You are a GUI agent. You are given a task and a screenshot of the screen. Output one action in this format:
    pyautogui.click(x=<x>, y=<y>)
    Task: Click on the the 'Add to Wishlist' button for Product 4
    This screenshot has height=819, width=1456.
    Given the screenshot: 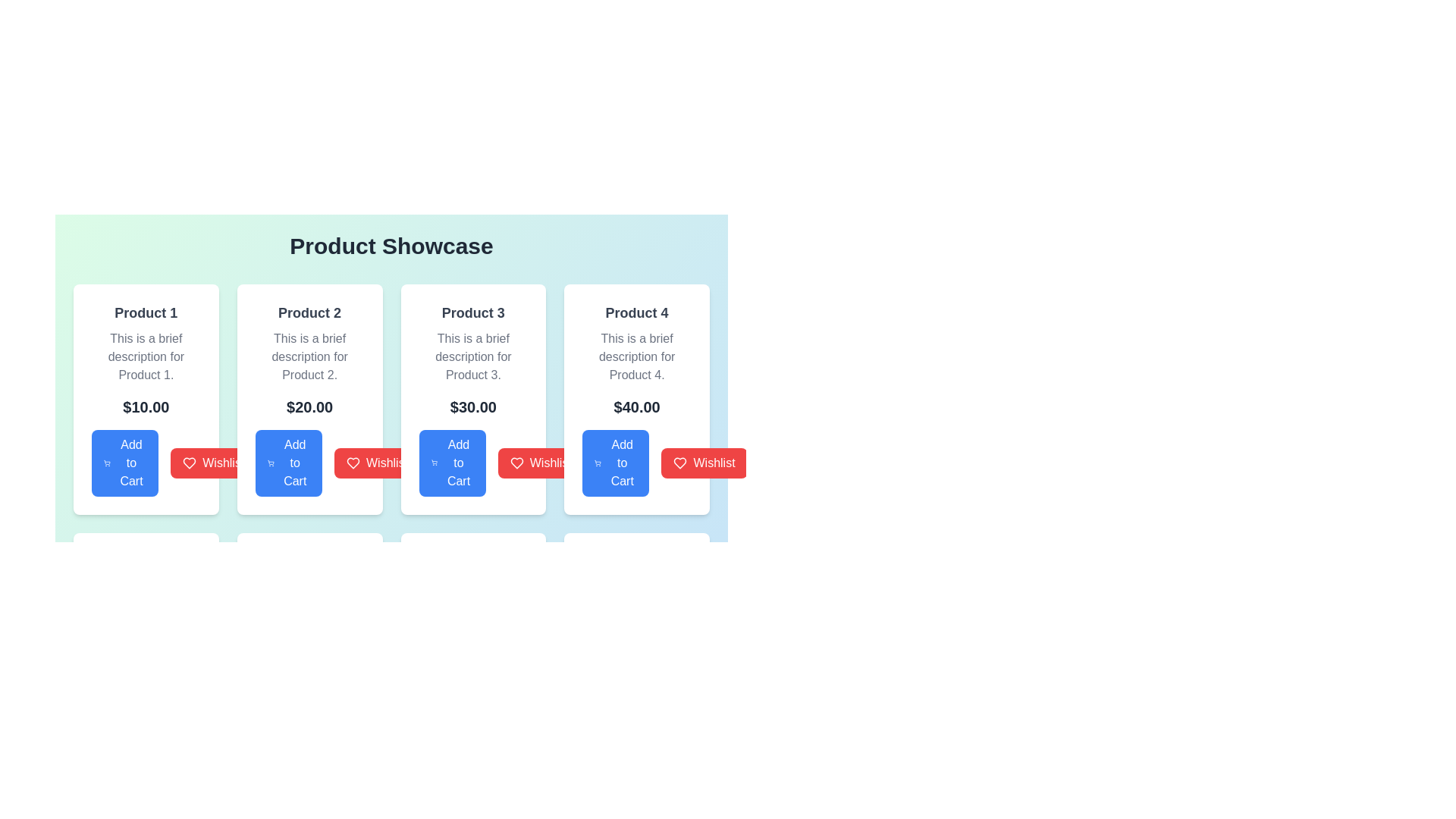 What is the action you would take?
    pyautogui.click(x=704, y=462)
    